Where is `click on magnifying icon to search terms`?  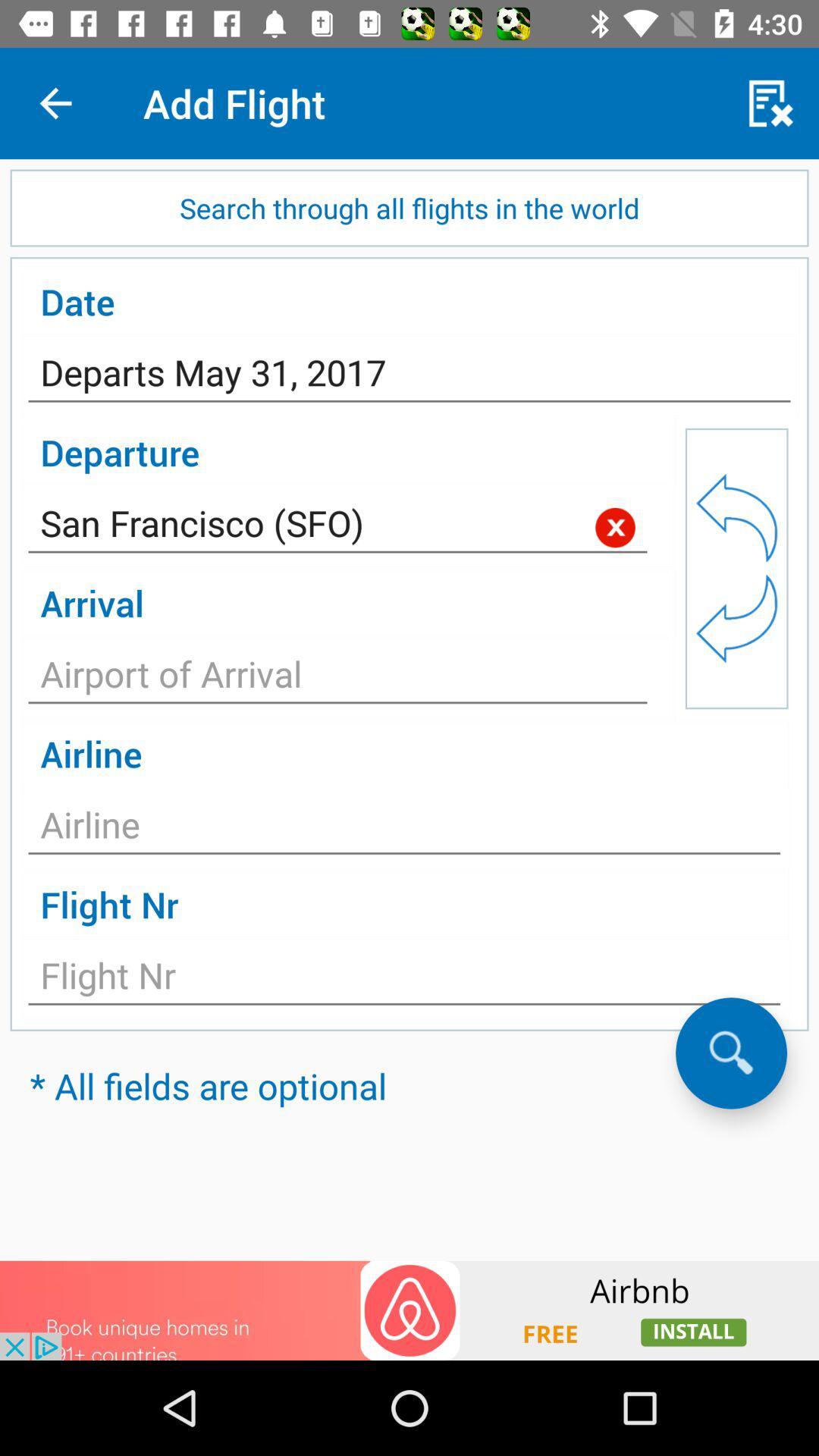
click on magnifying icon to search terms is located at coordinates (730, 1052).